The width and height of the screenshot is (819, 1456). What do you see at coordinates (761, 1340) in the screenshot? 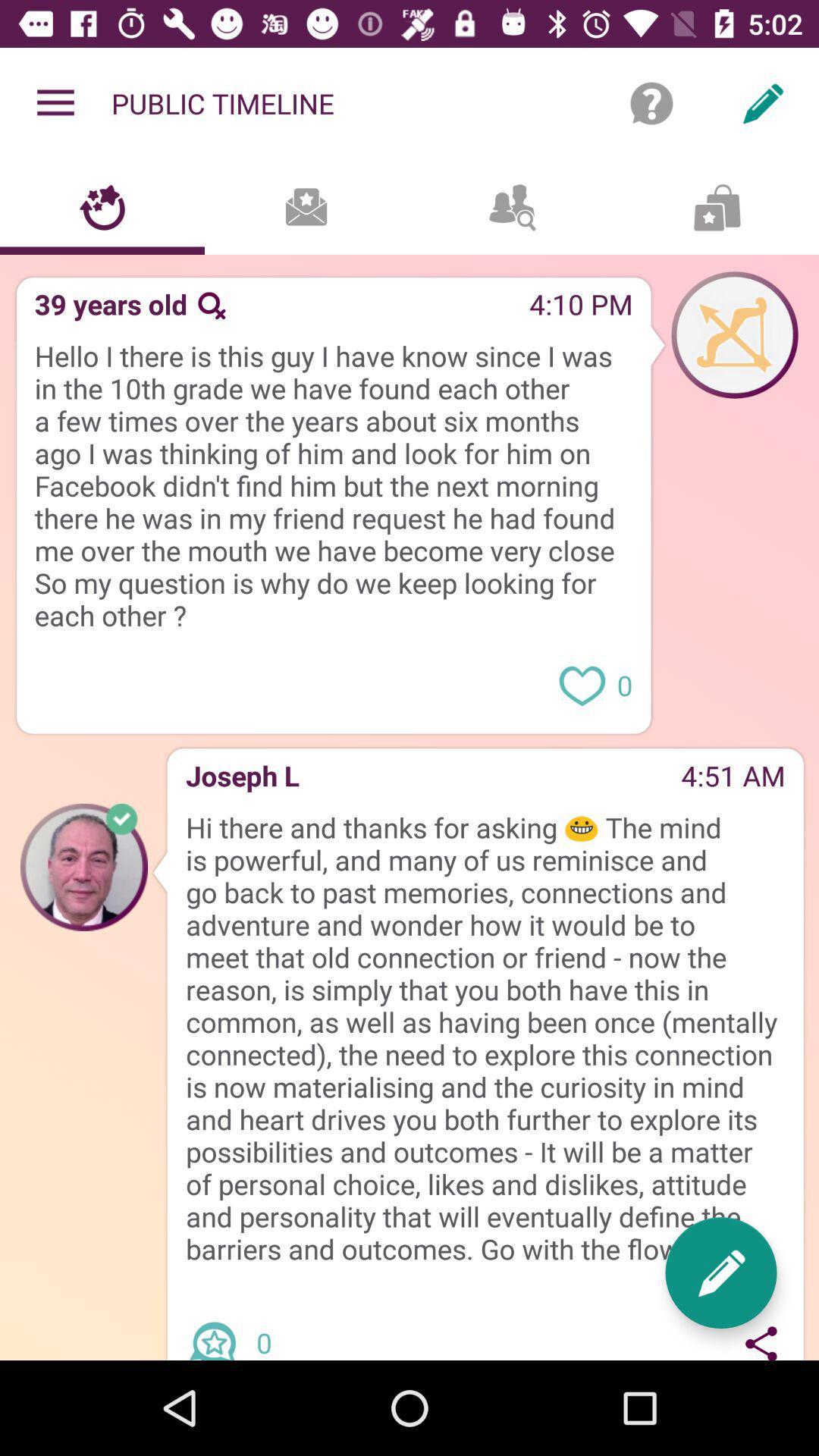
I see `icon below hi there and` at bounding box center [761, 1340].